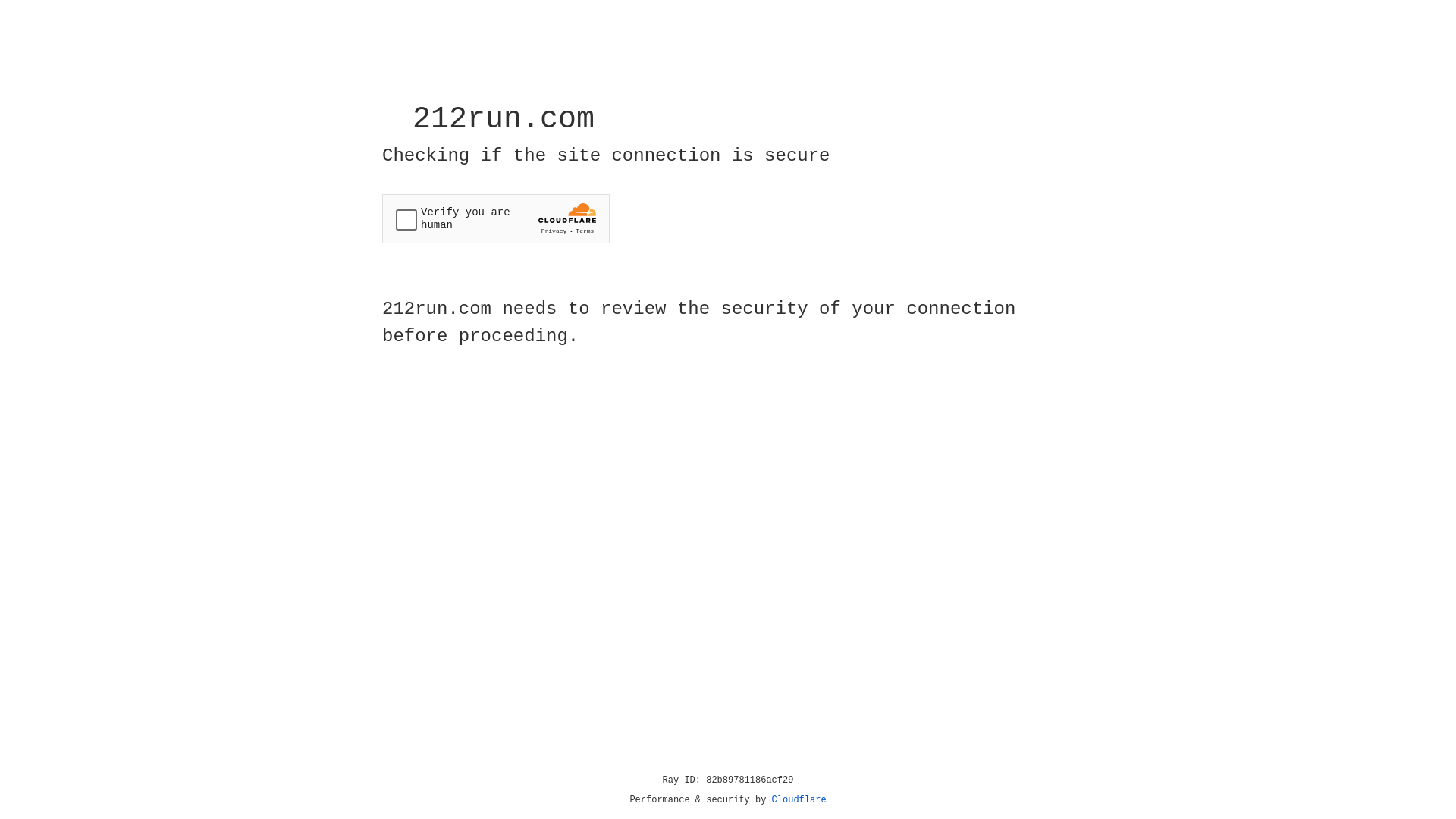  Describe the element at coordinates (799, 799) in the screenshot. I see `'Cloudflare'` at that location.